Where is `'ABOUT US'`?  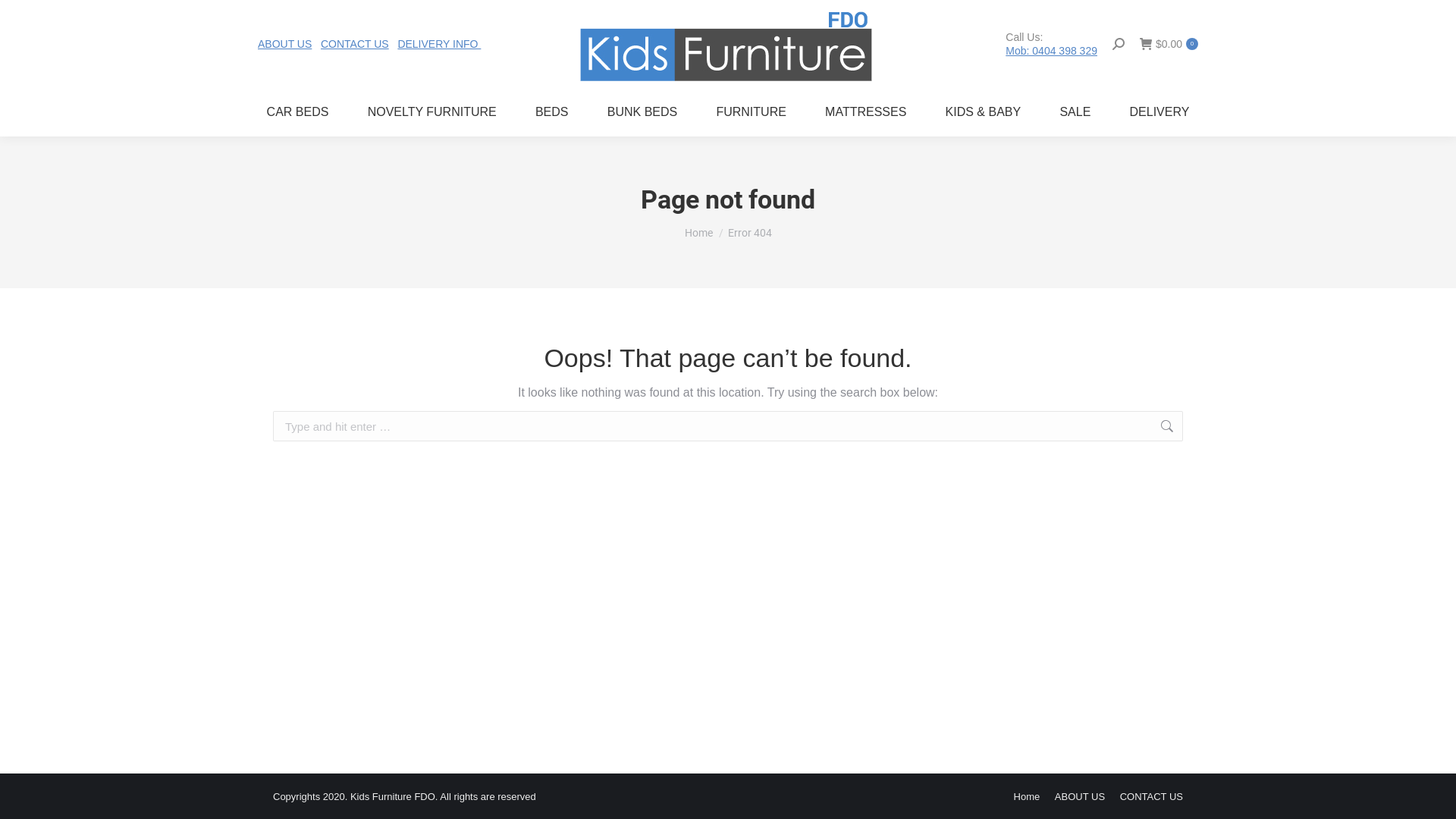 'ABOUT US' is located at coordinates (284, 42).